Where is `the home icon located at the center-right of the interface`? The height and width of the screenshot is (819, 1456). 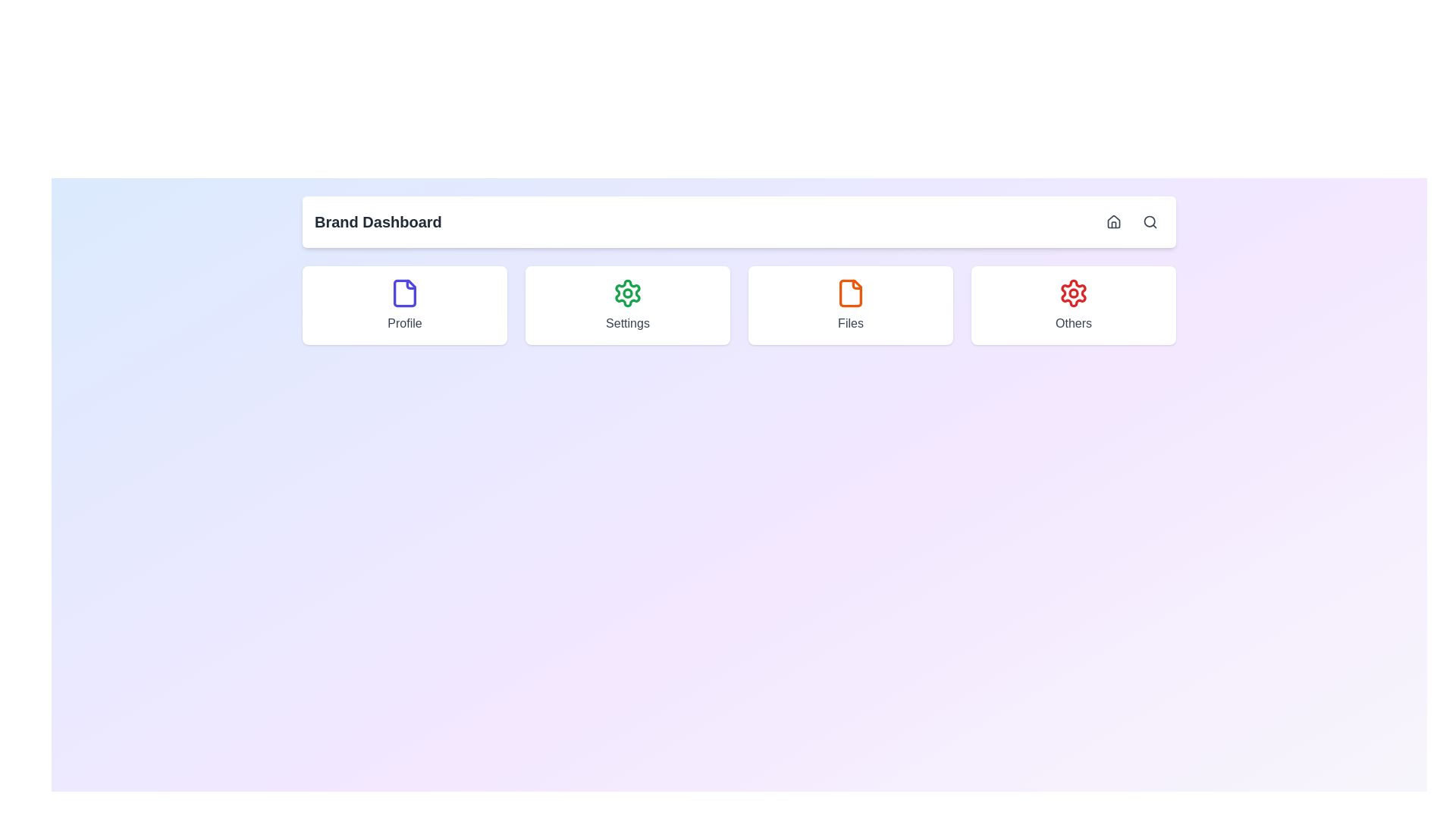
the home icon located at the center-right of the interface is located at coordinates (1113, 221).